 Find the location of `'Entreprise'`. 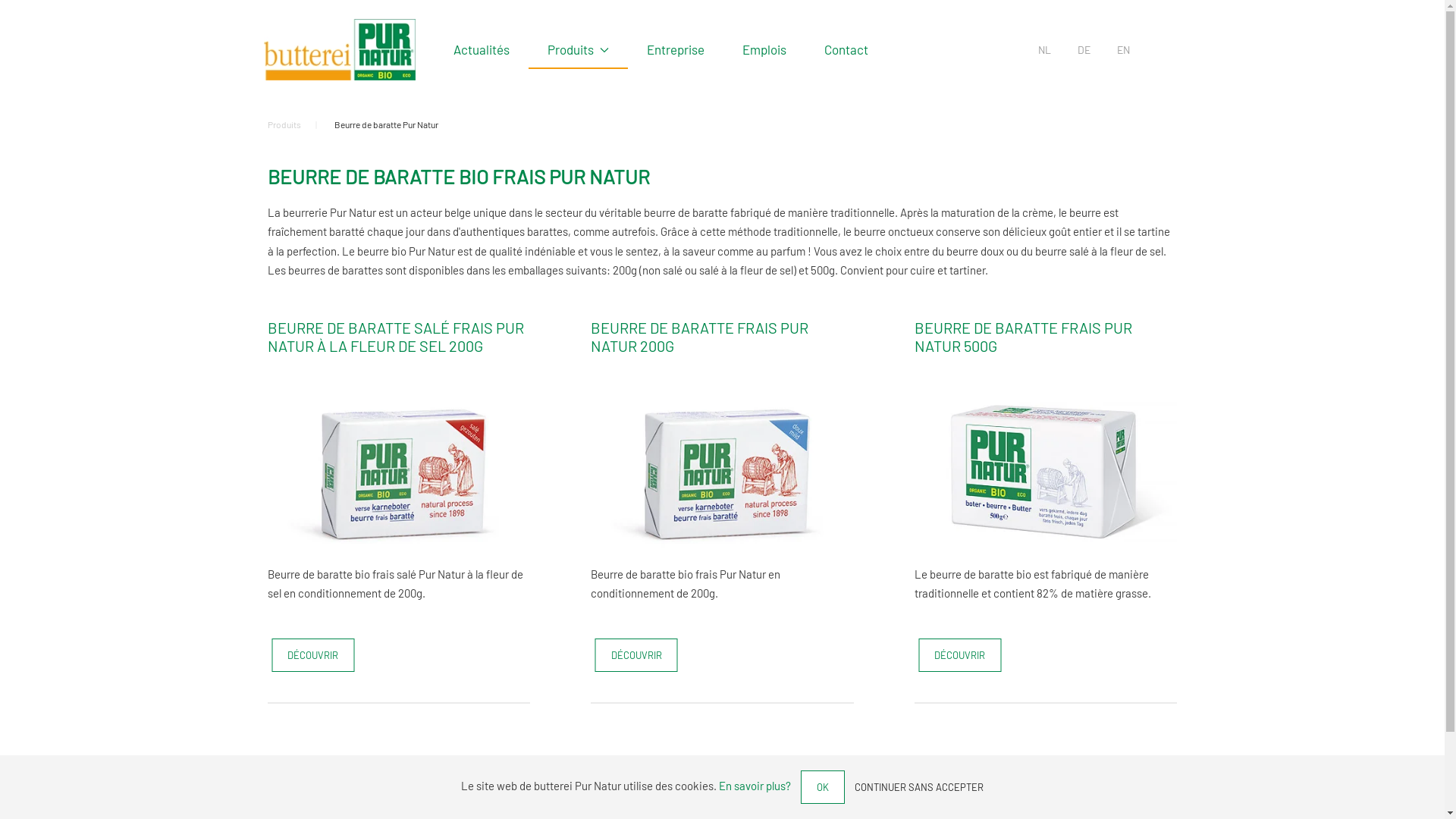

'Entreprise' is located at coordinates (675, 49).